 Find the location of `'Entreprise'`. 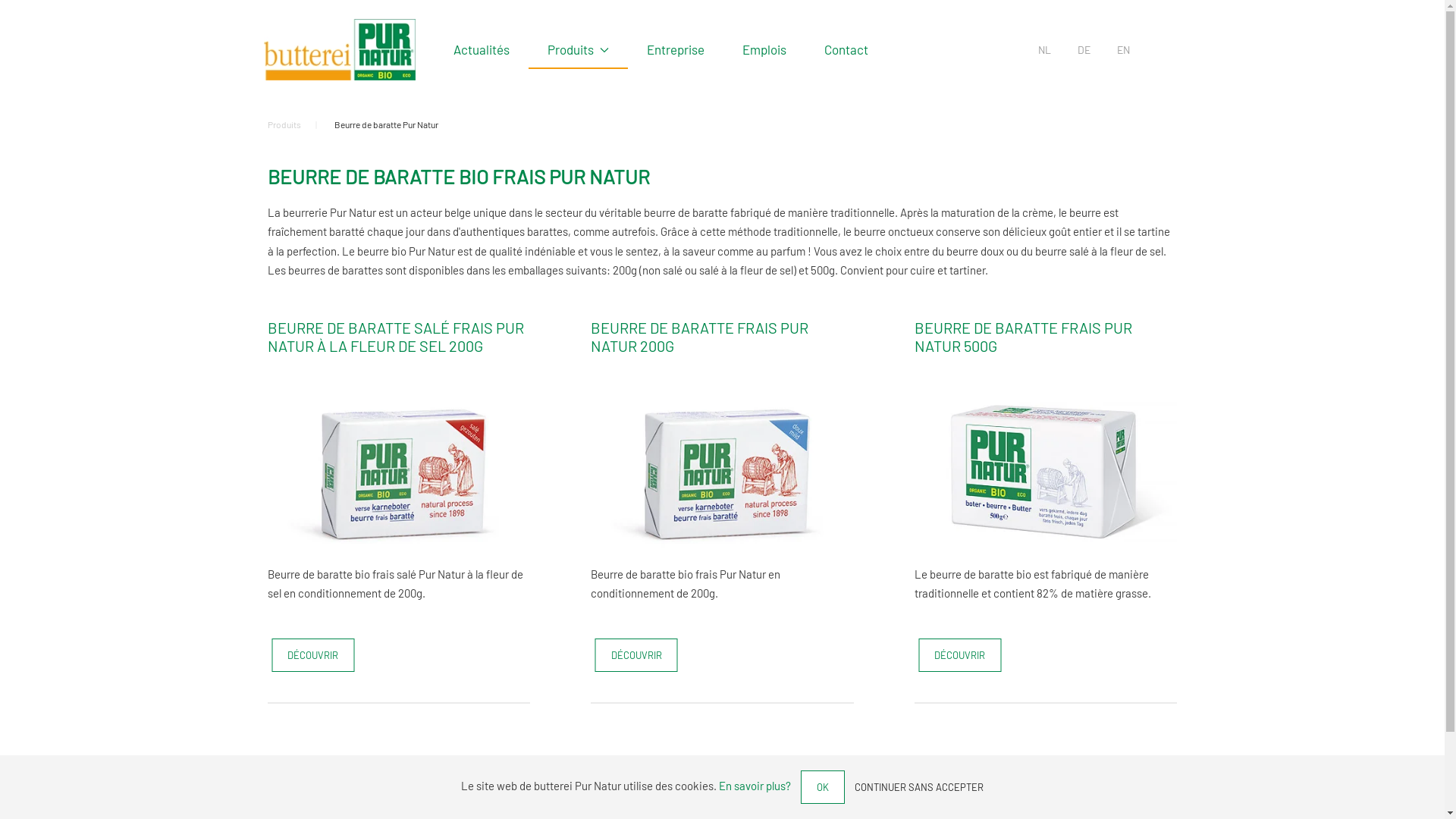

'Entreprise' is located at coordinates (675, 49).